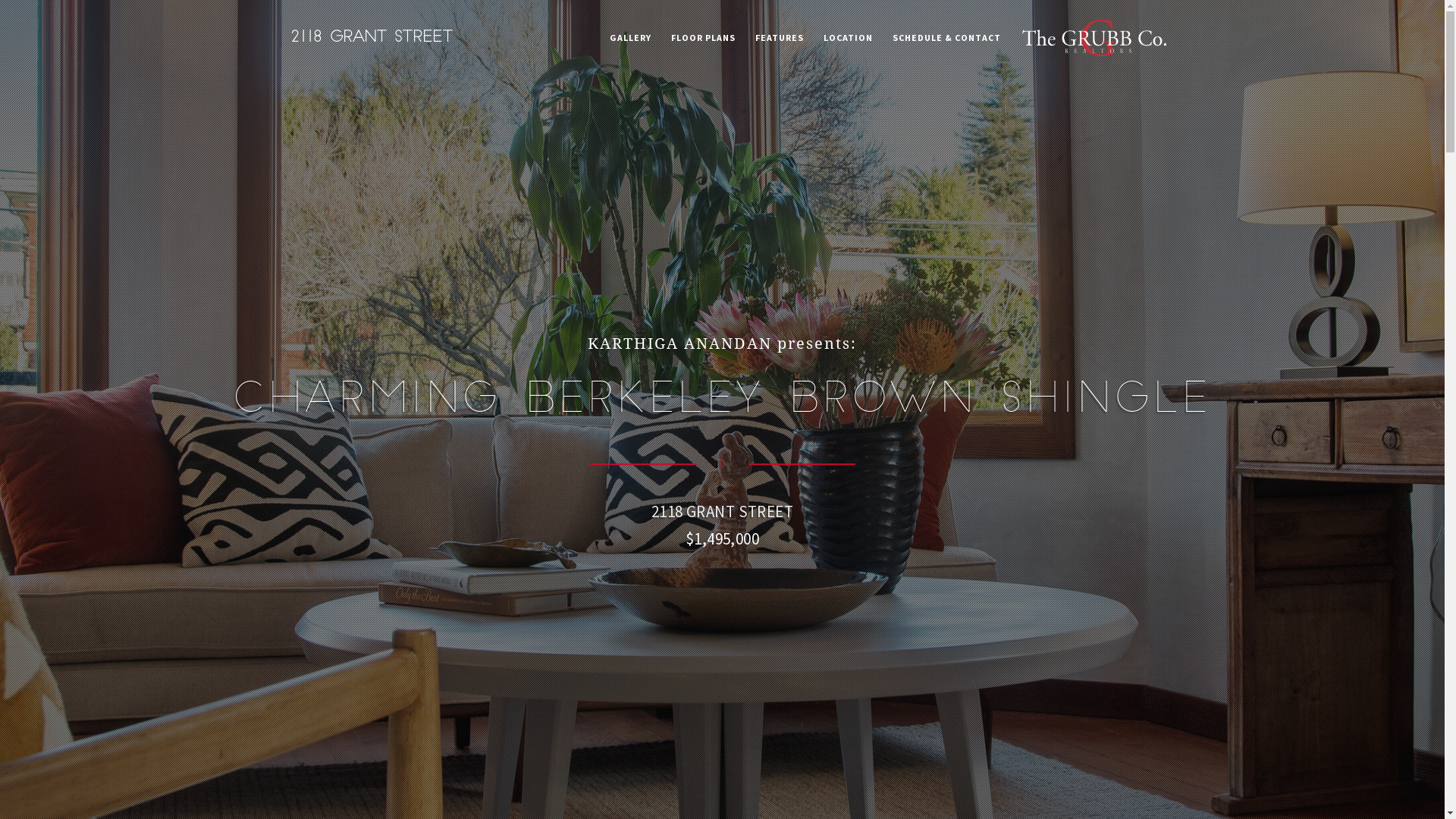 This screenshot has width=1456, height=819. I want to click on 'LOCATION', so click(814, 37).